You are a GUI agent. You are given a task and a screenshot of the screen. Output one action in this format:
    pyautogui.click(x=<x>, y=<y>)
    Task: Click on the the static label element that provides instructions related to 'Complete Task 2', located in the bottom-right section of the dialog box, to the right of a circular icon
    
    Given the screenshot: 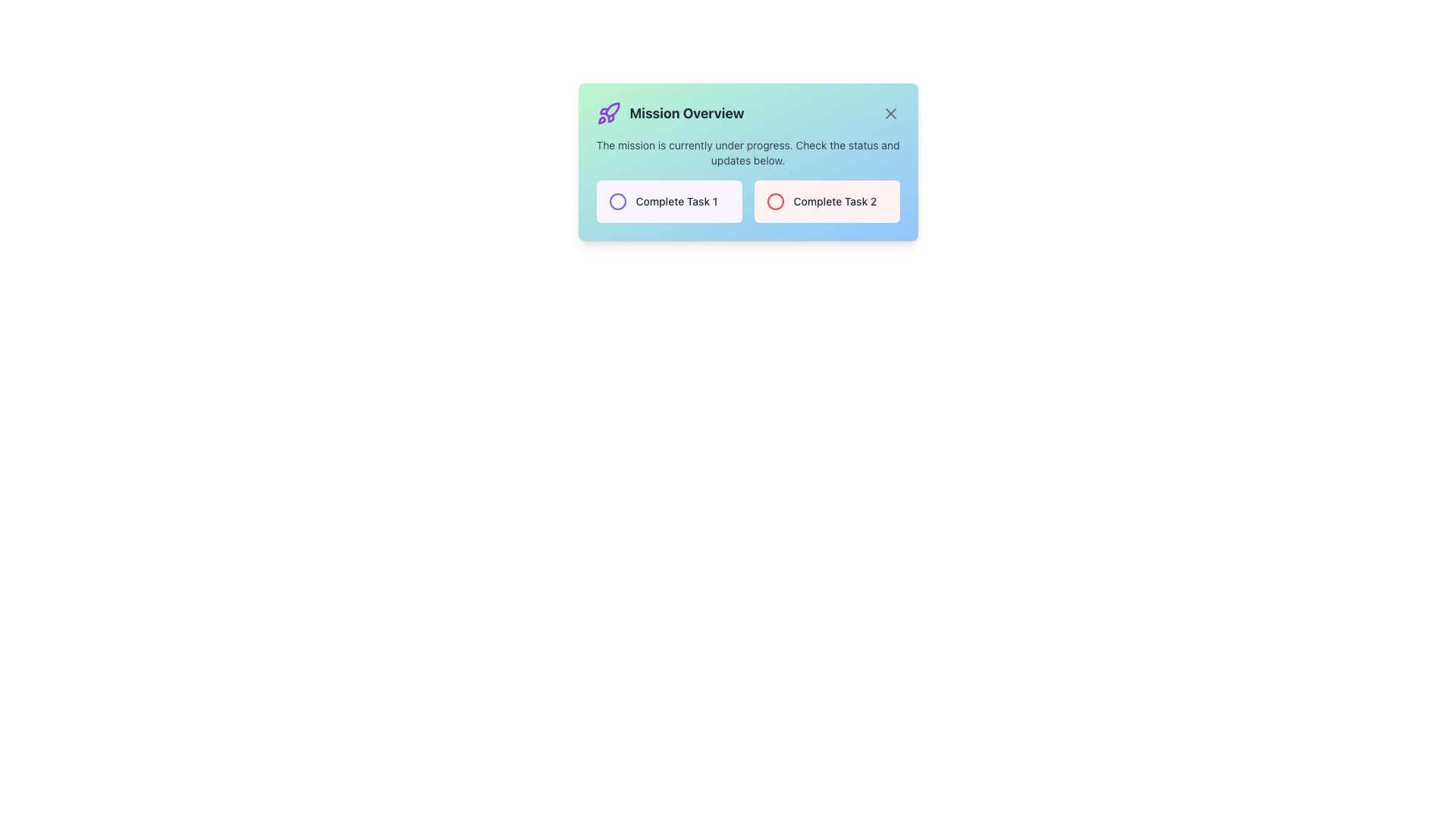 What is the action you would take?
    pyautogui.click(x=834, y=201)
    